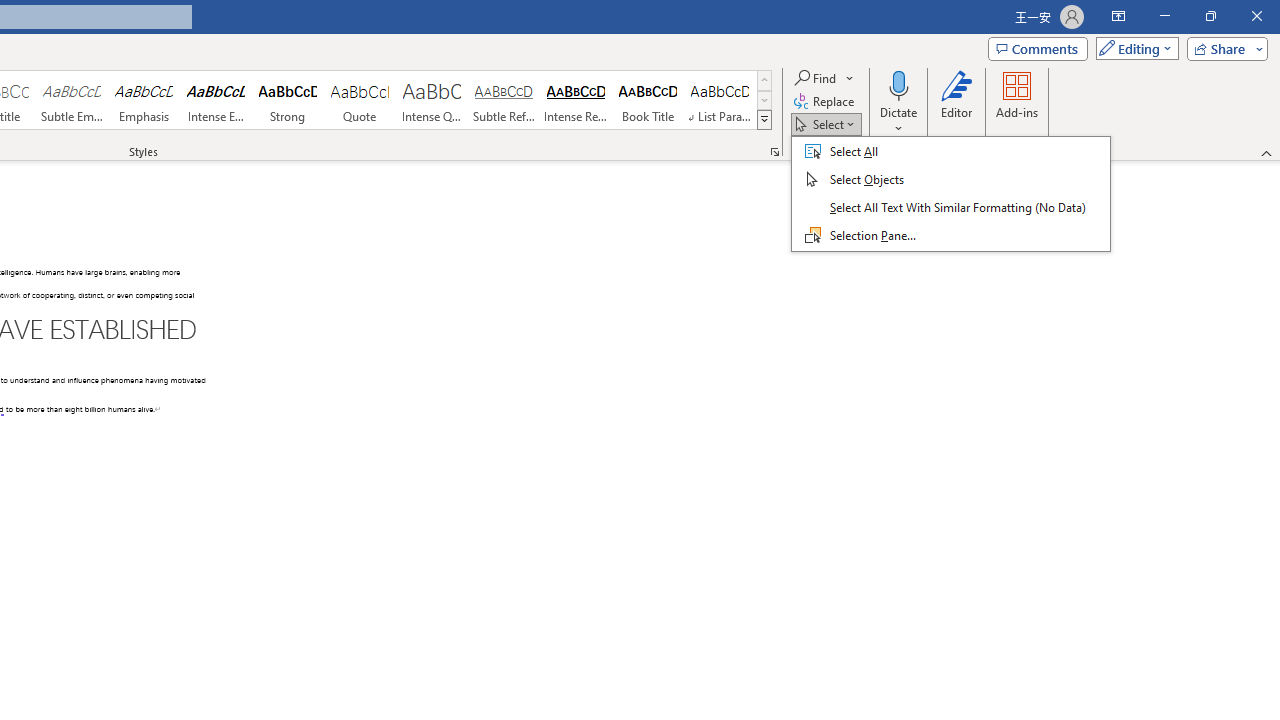  Describe the element at coordinates (71, 100) in the screenshot. I see `'Subtle Emphasis'` at that location.